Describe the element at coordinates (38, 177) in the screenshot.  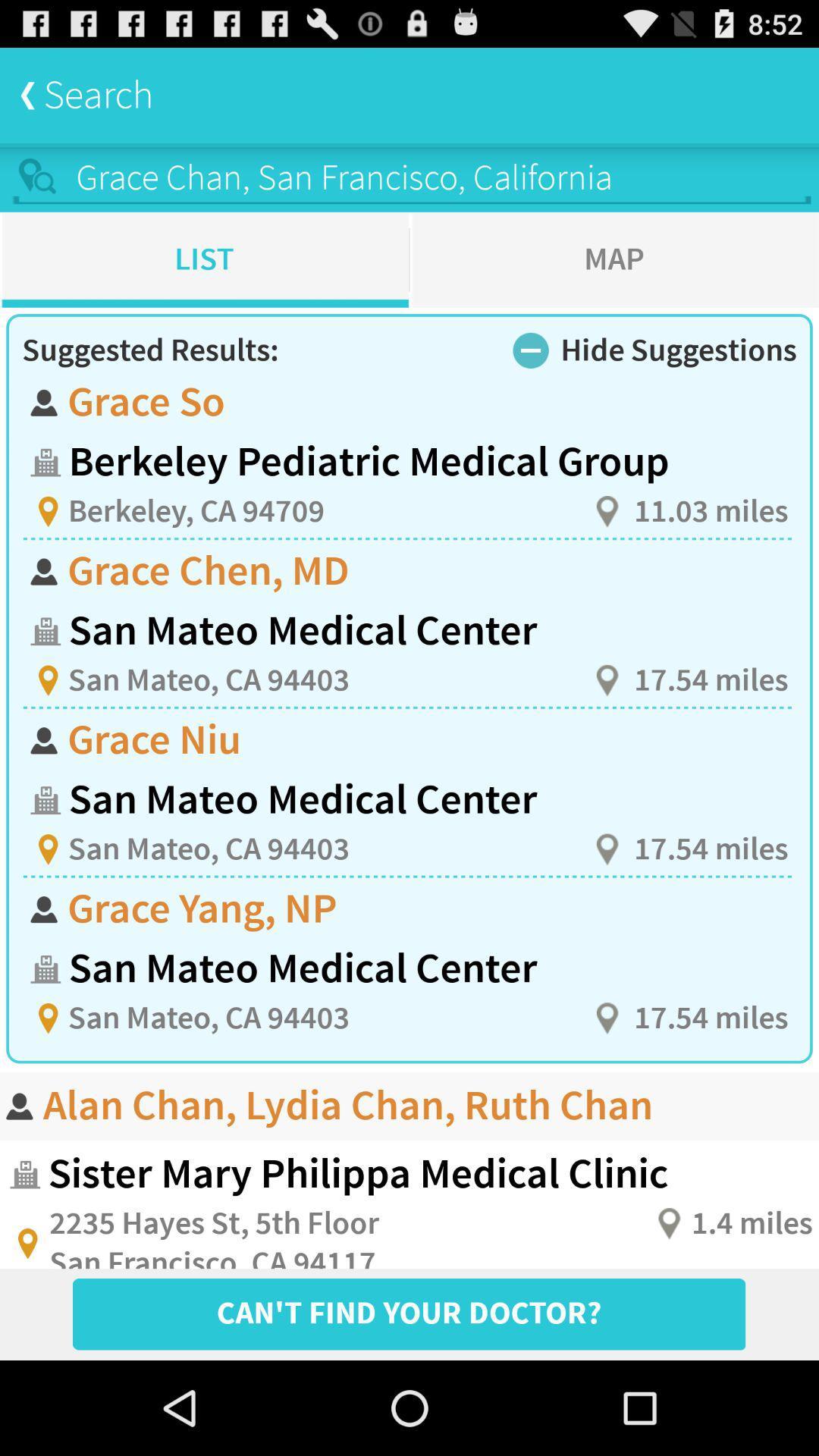
I see `the icon left to grace chan` at that location.